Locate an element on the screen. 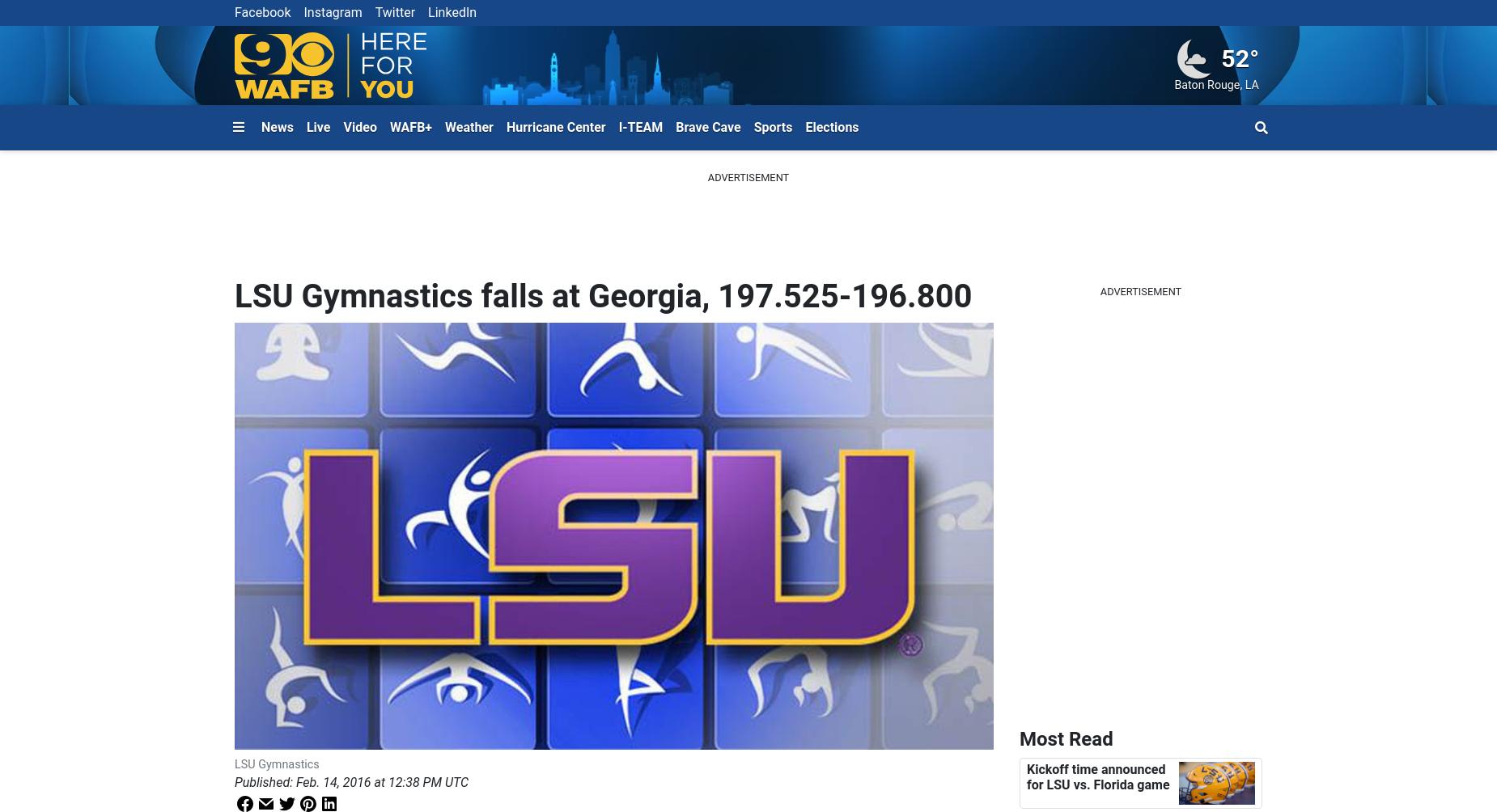  ':' is located at coordinates (288, 781).